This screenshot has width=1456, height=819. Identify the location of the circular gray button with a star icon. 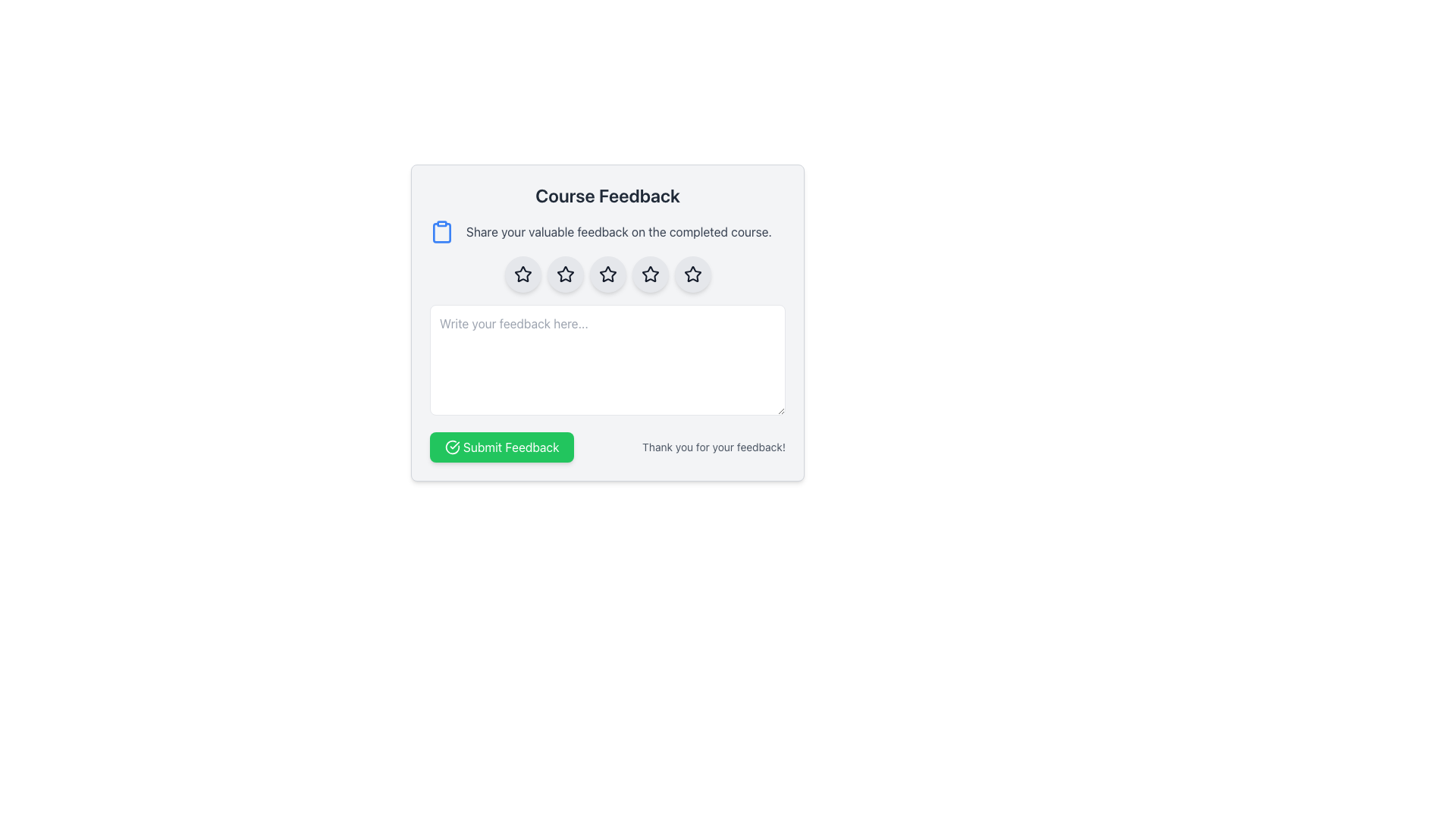
(650, 275).